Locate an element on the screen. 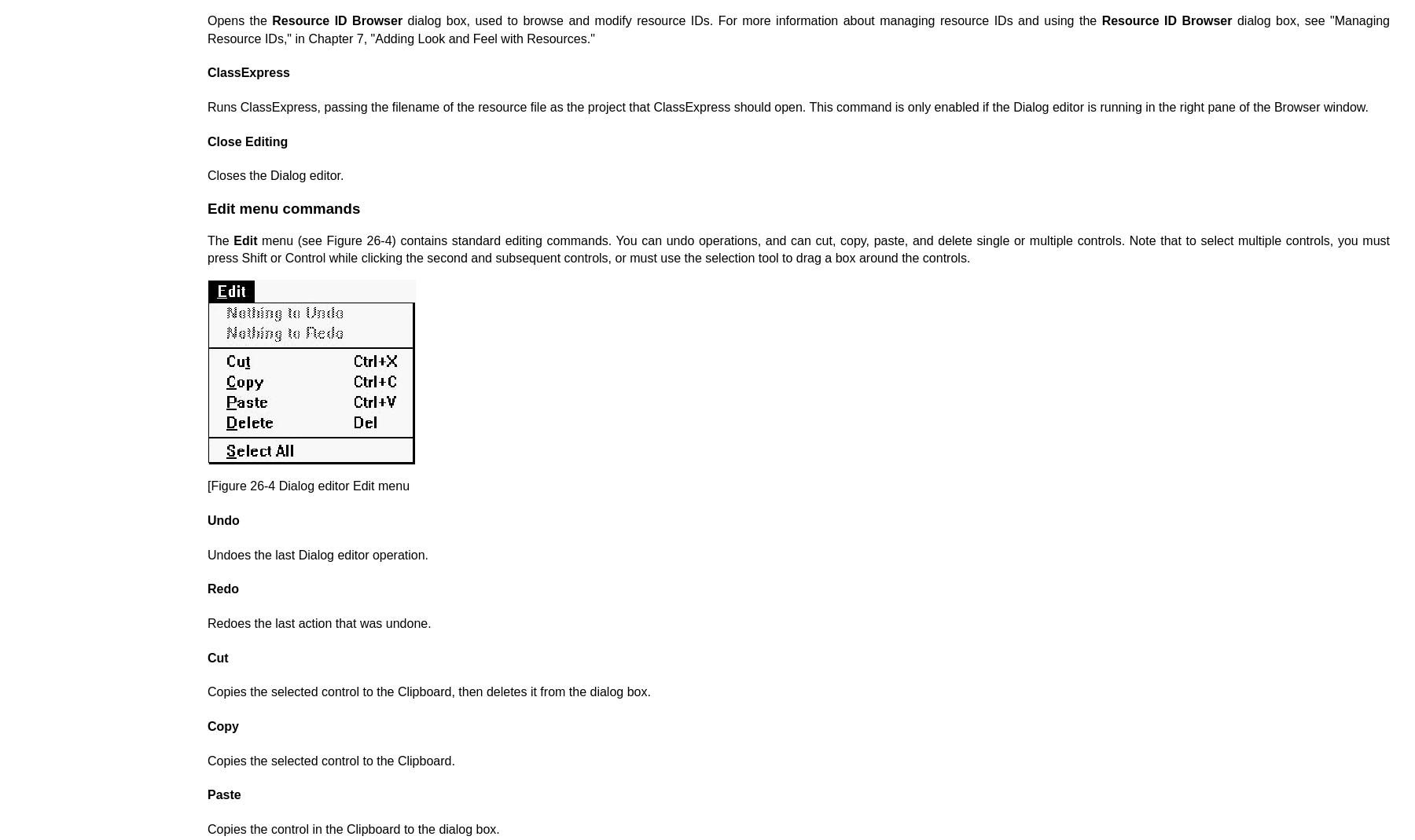  'dialog box, see "Managing 
Resource IDs," in Chapter 7, "Adding Look and Feel with Resources."' is located at coordinates (798, 28).